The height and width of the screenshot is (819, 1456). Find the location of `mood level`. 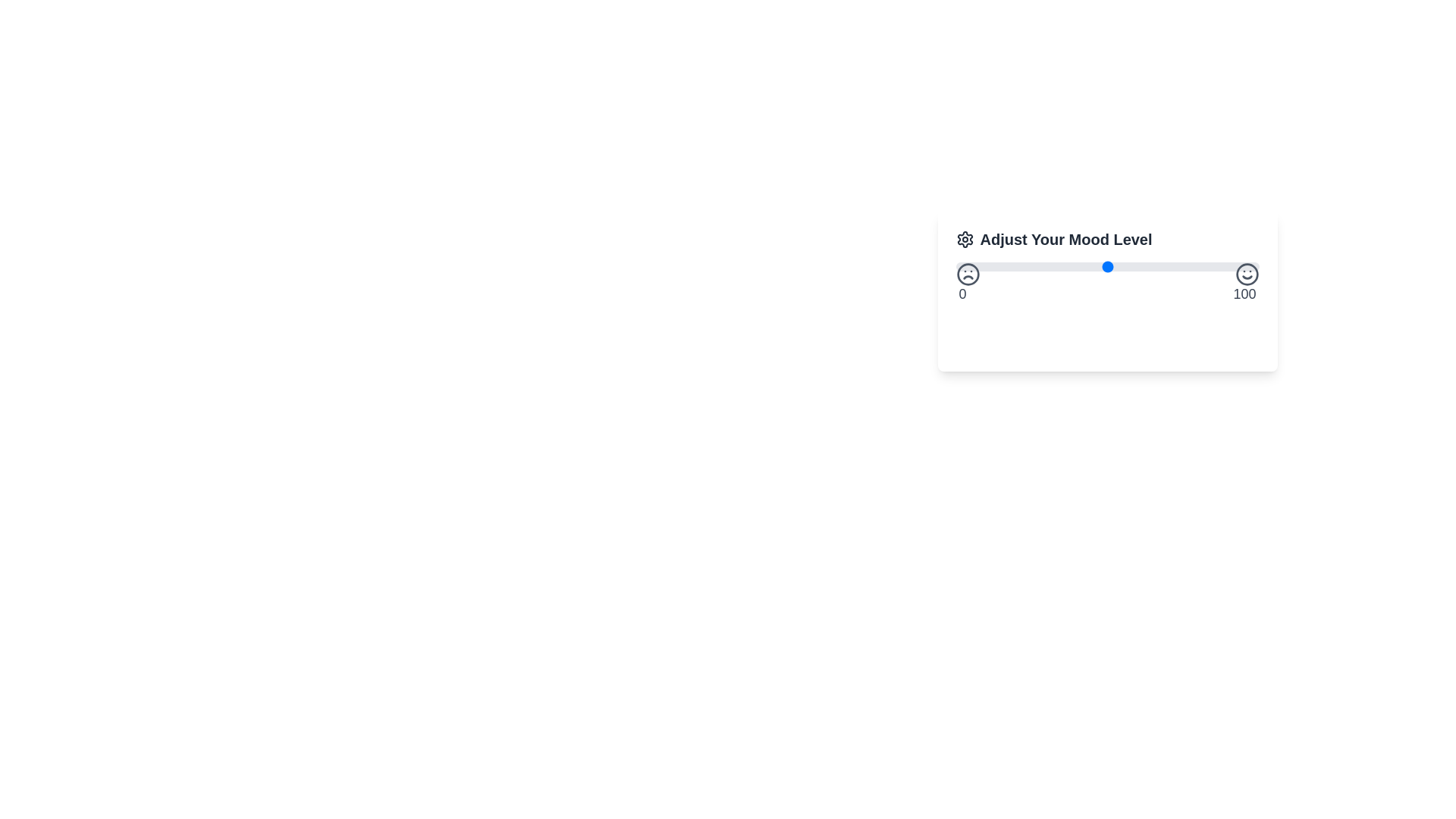

mood level is located at coordinates (1076, 265).